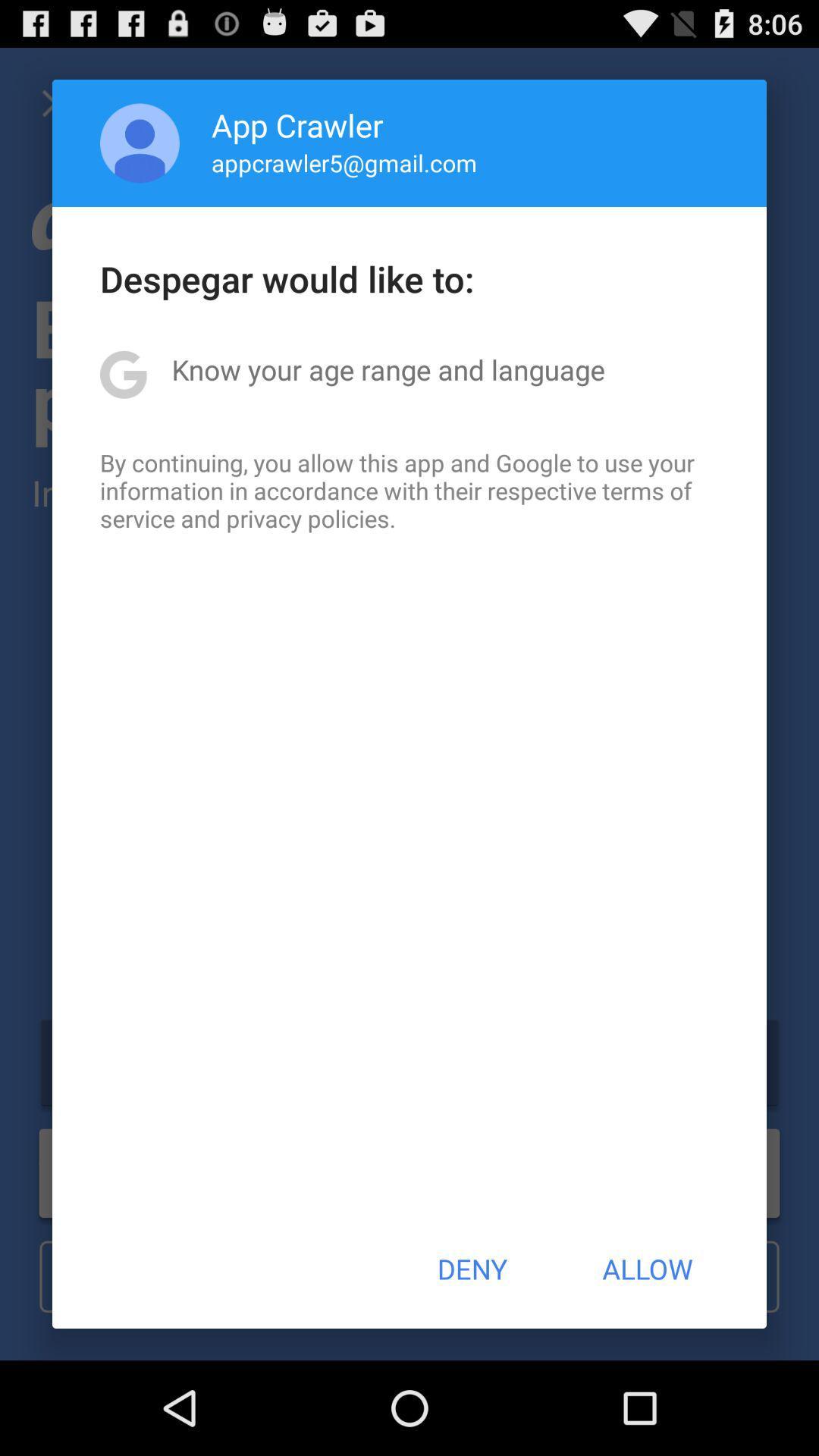 The width and height of the screenshot is (819, 1456). Describe the element at coordinates (140, 143) in the screenshot. I see `the item to the left of app crawler app` at that location.